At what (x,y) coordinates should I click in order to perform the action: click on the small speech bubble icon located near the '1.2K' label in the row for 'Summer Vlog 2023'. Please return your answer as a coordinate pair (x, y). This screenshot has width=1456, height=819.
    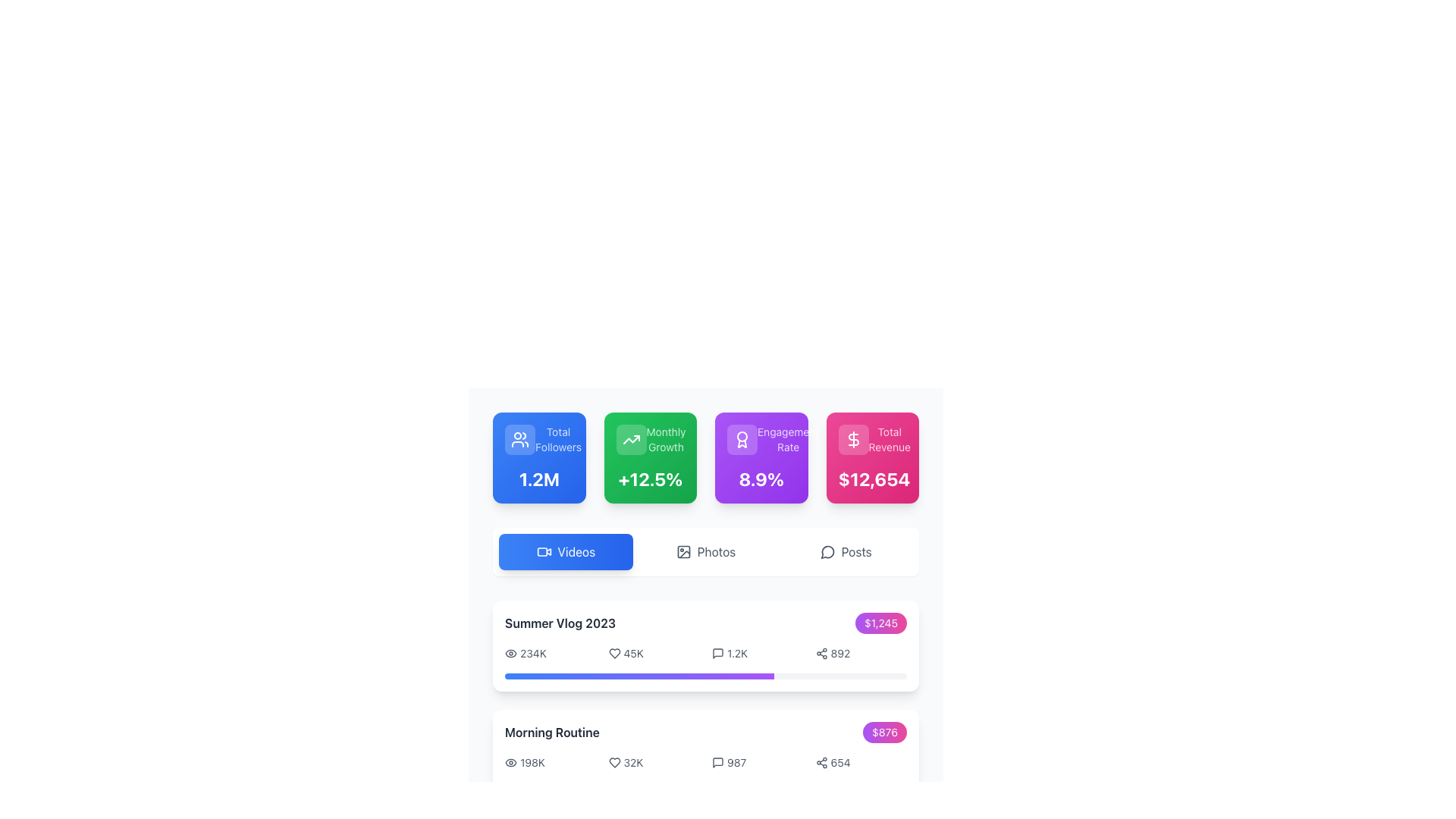
    Looking at the image, I should click on (717, 652).